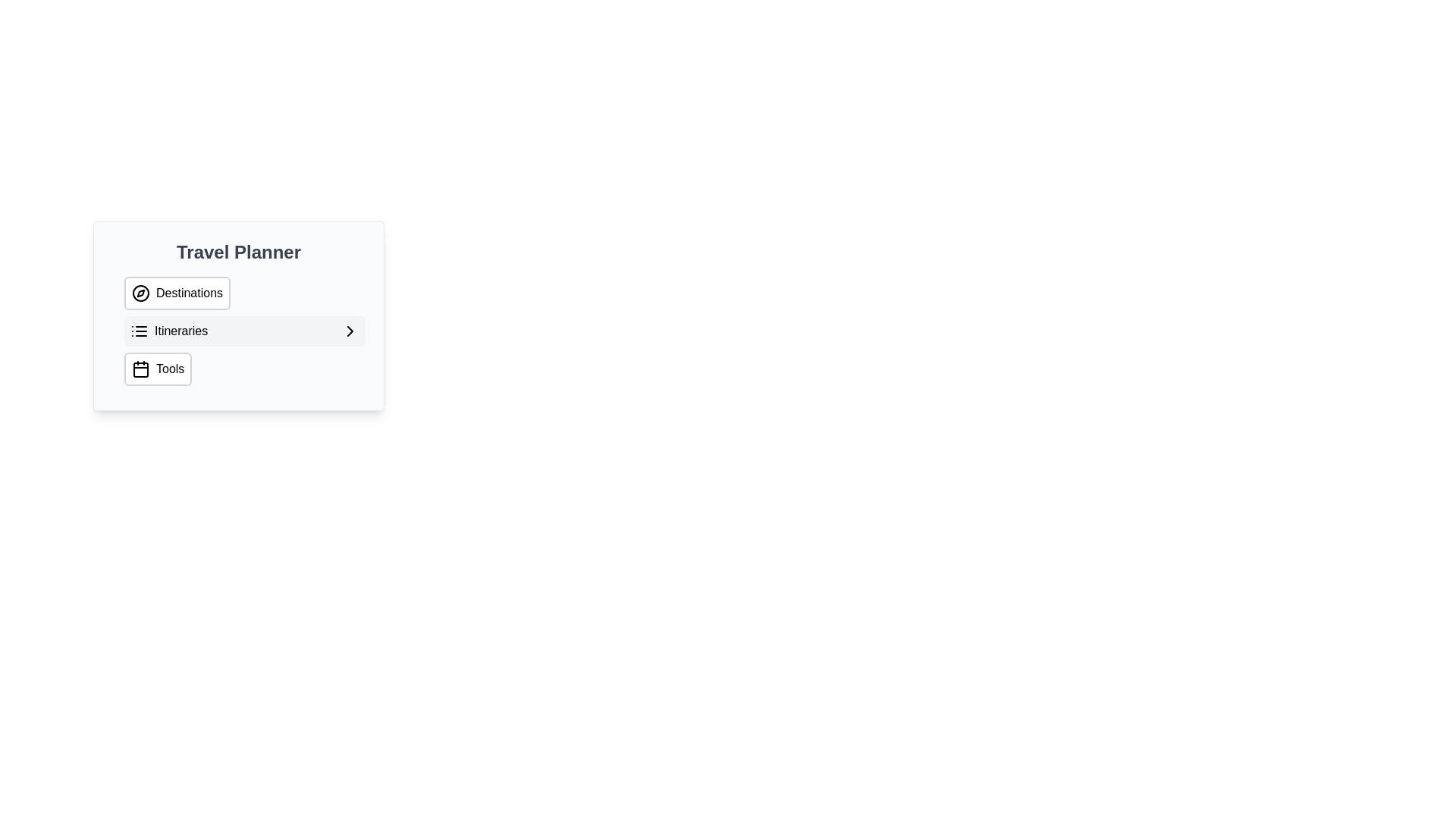 The height and width of the screenshot is (819, 1456). Describe the element at coordinates (169, 330) in the screenshot. I see `the navigation link for itineraries, which is the second item below 'Destinations' and above 'Tools'` at that location.